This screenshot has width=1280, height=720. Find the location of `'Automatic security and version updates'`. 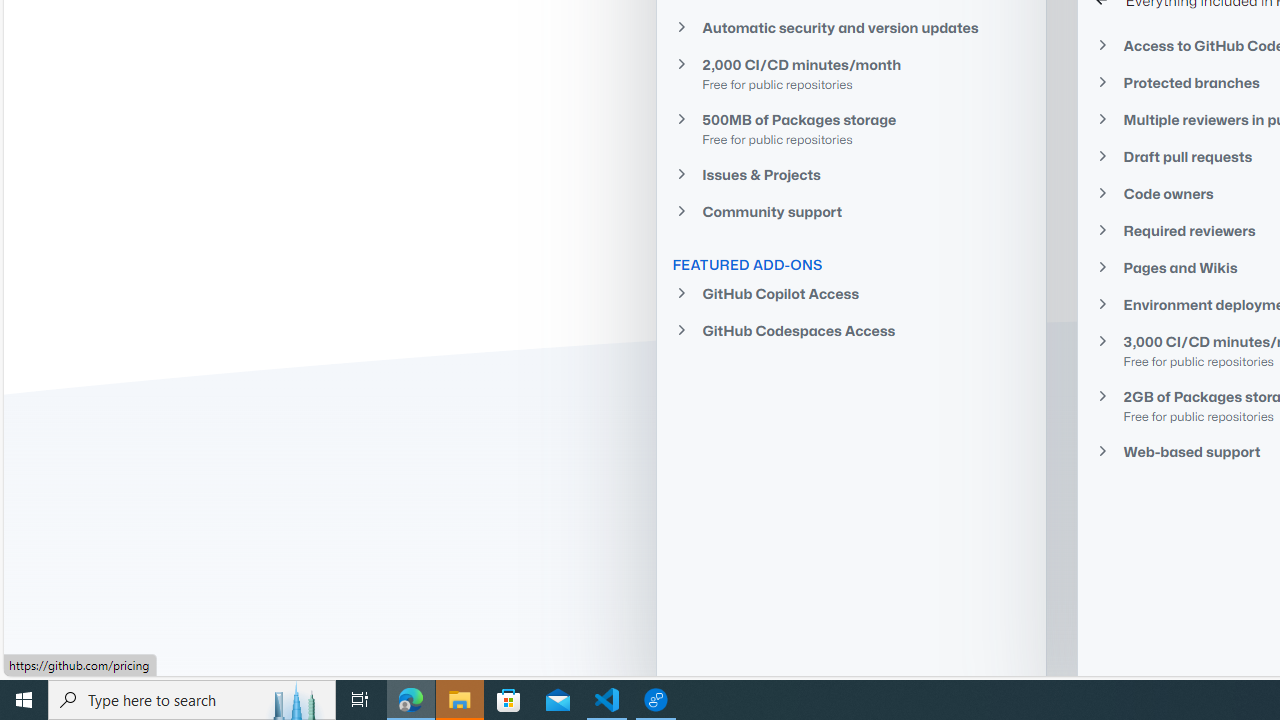

'Automatic security and version updates' is located at coordinates (851, 27).